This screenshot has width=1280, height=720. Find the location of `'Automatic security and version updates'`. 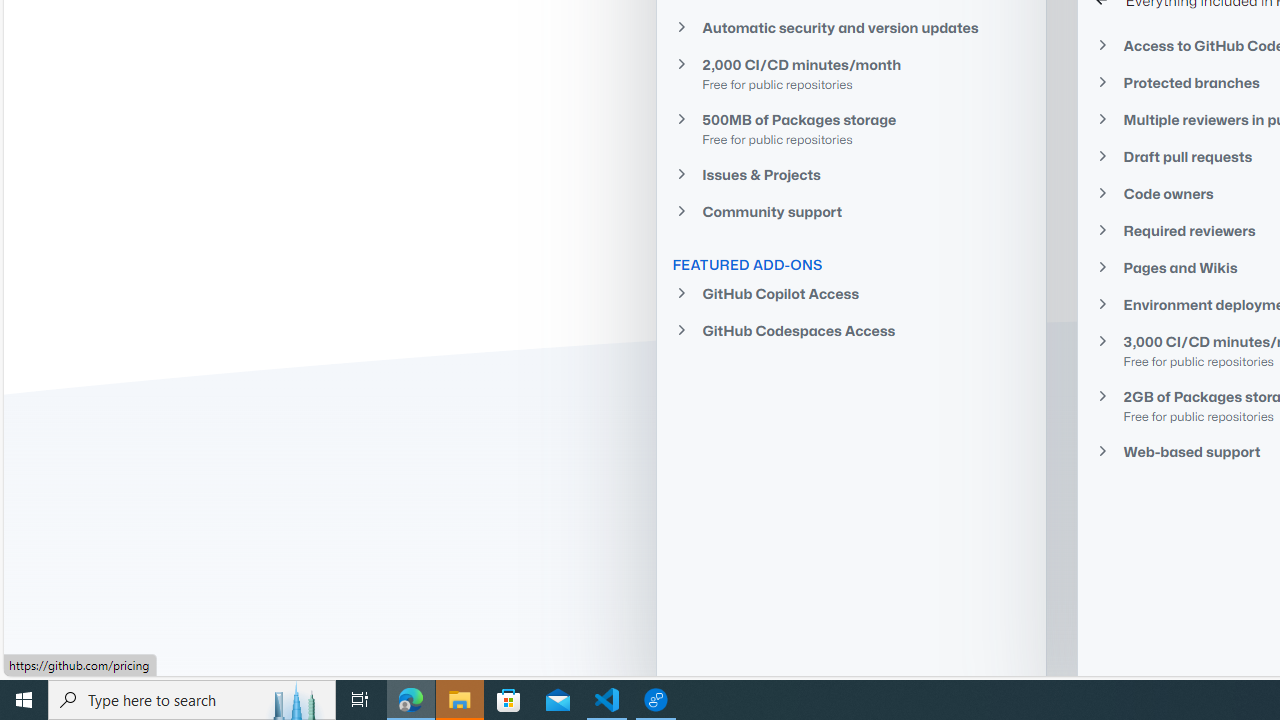

'Automatic security and version updates' is located at coordinates (851, 27).